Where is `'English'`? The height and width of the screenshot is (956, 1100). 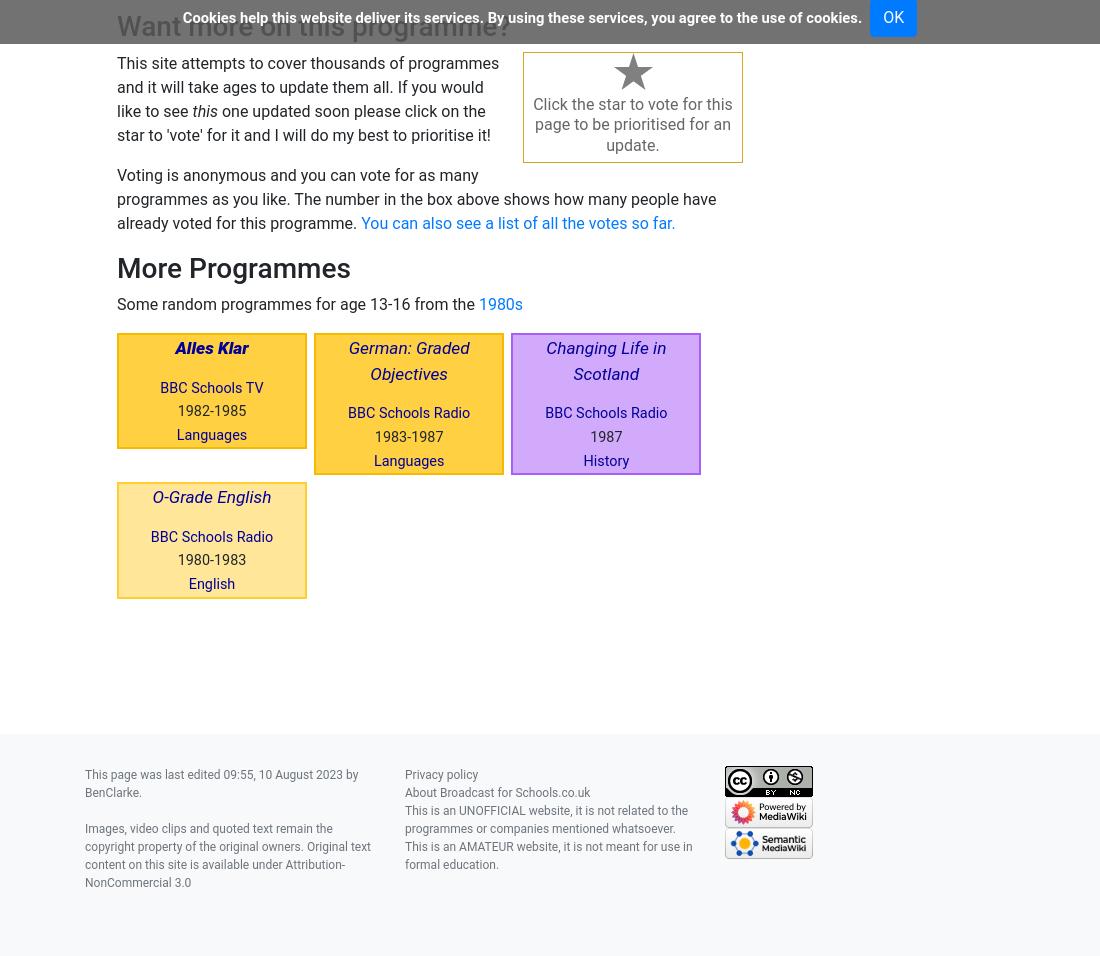 'English' is located at coordinates (211, 582).